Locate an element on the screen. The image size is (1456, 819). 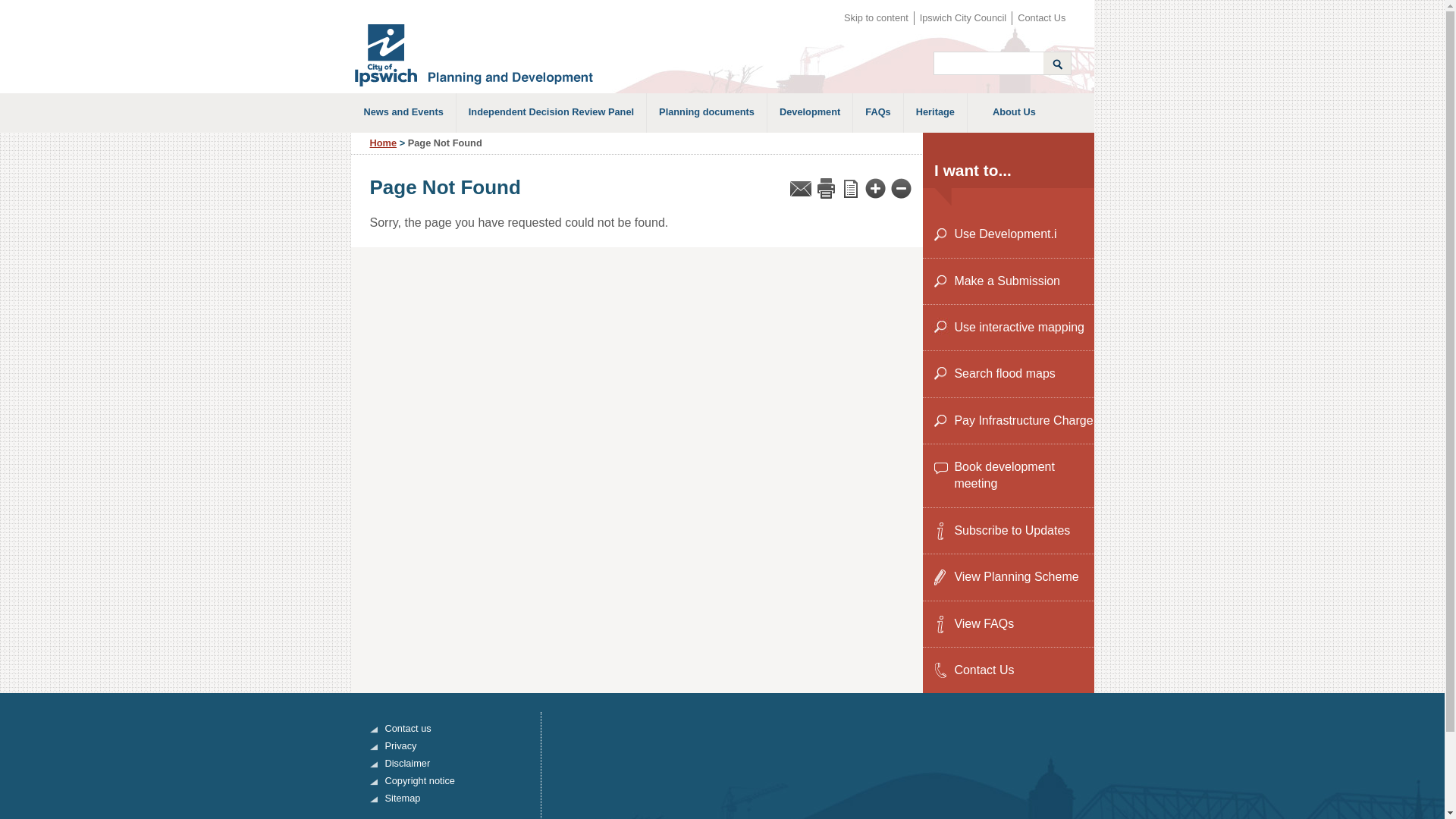
'FAQs' is located at coordinates (877, 112).